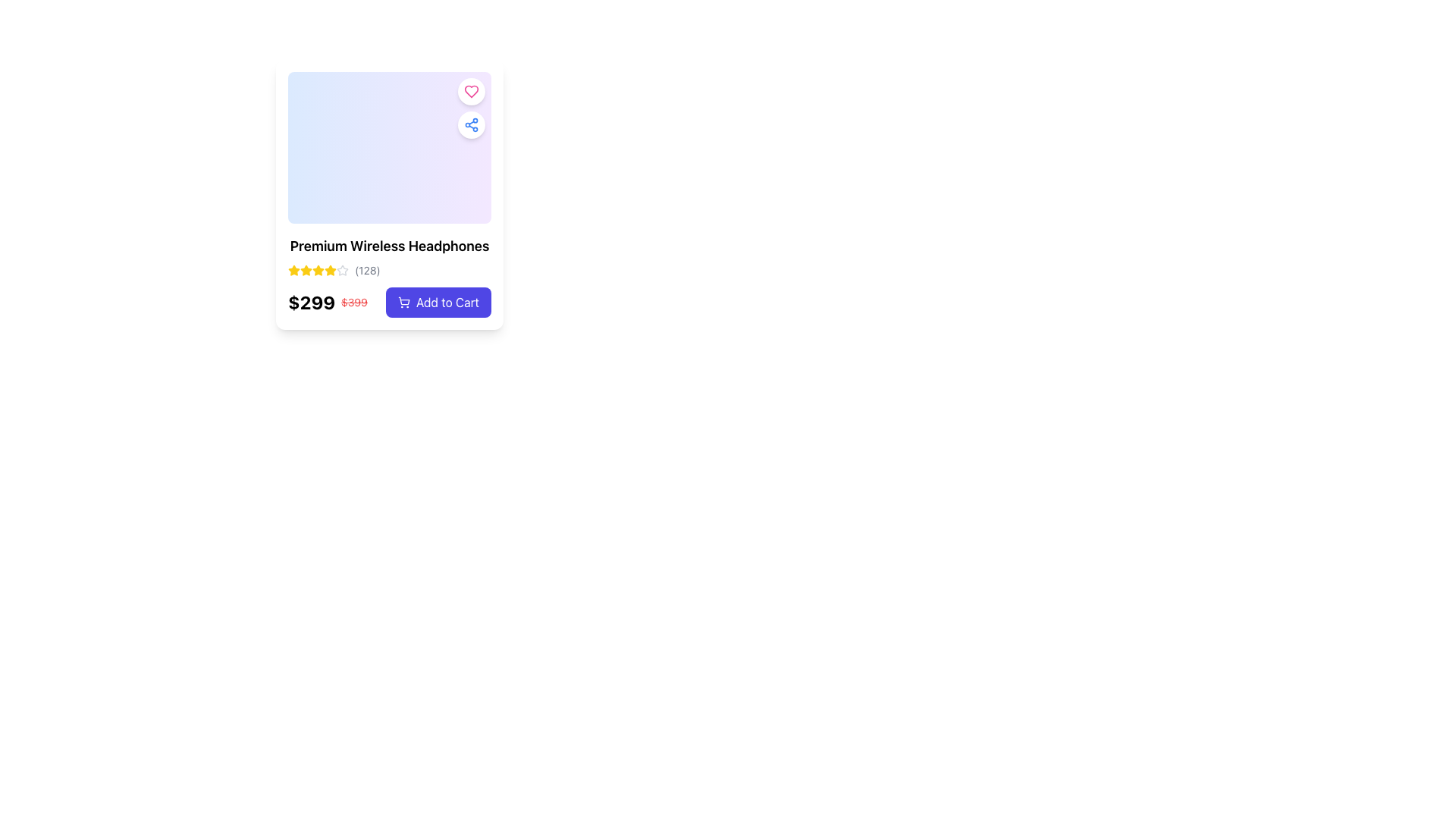  I want to click on the share icon button located in the upper right corner of the product card to share the product details, so click(471, 124).